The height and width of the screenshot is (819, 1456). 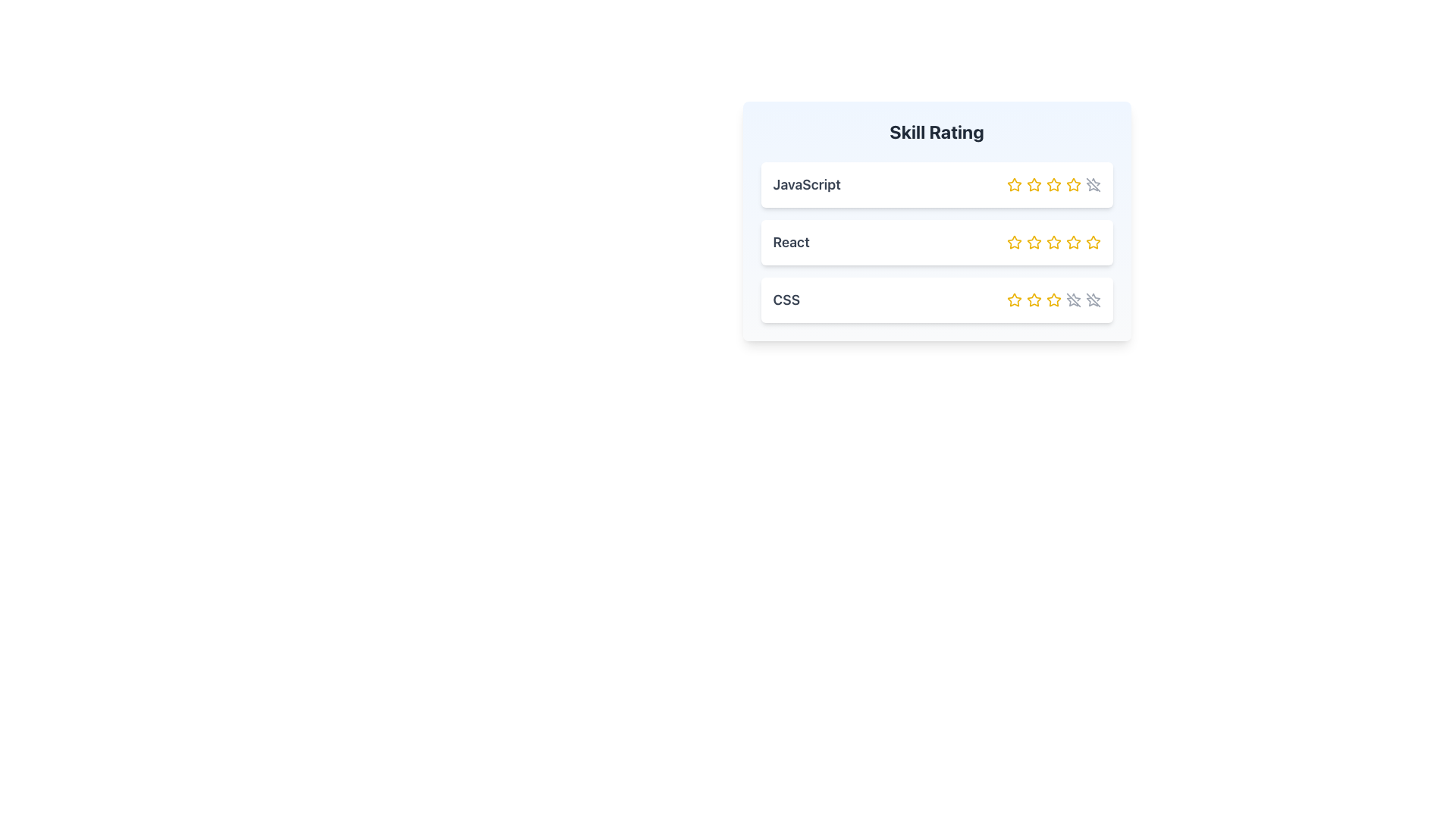 I want to click on the fourth yellow star icon in the rating interface to set a rating for JavaScript, so click(x=1053, y=184).